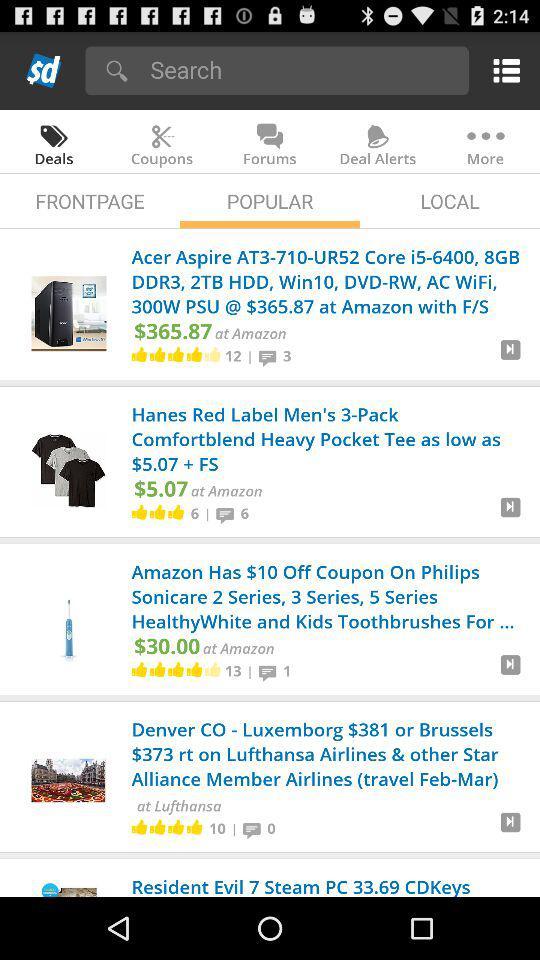 The height and width of the screenshot is (960, 540). Describe the element at coordinates (510, 514) in the screenshot. I see `to view` at that location.